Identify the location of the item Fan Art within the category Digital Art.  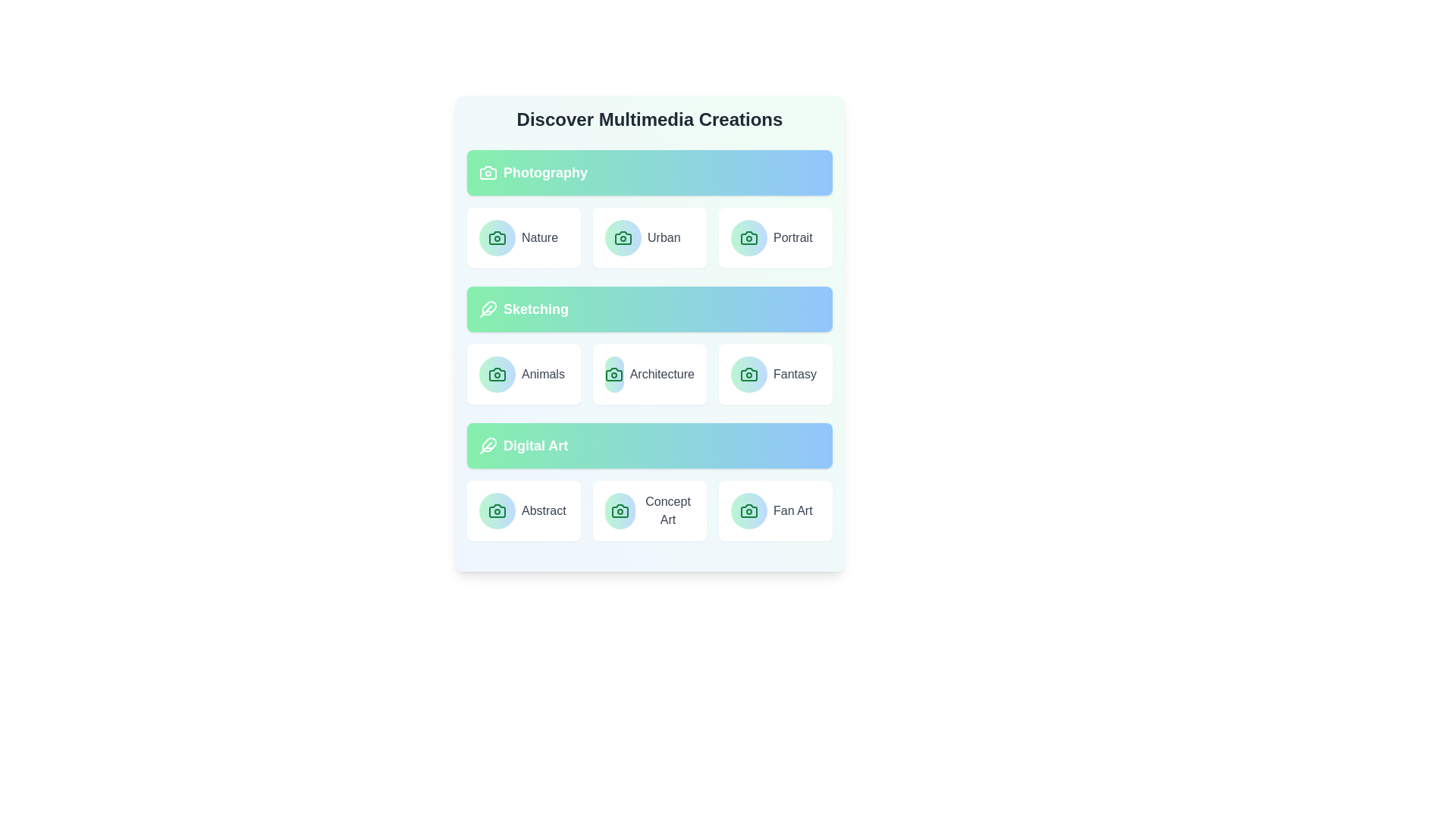
(775, 511).